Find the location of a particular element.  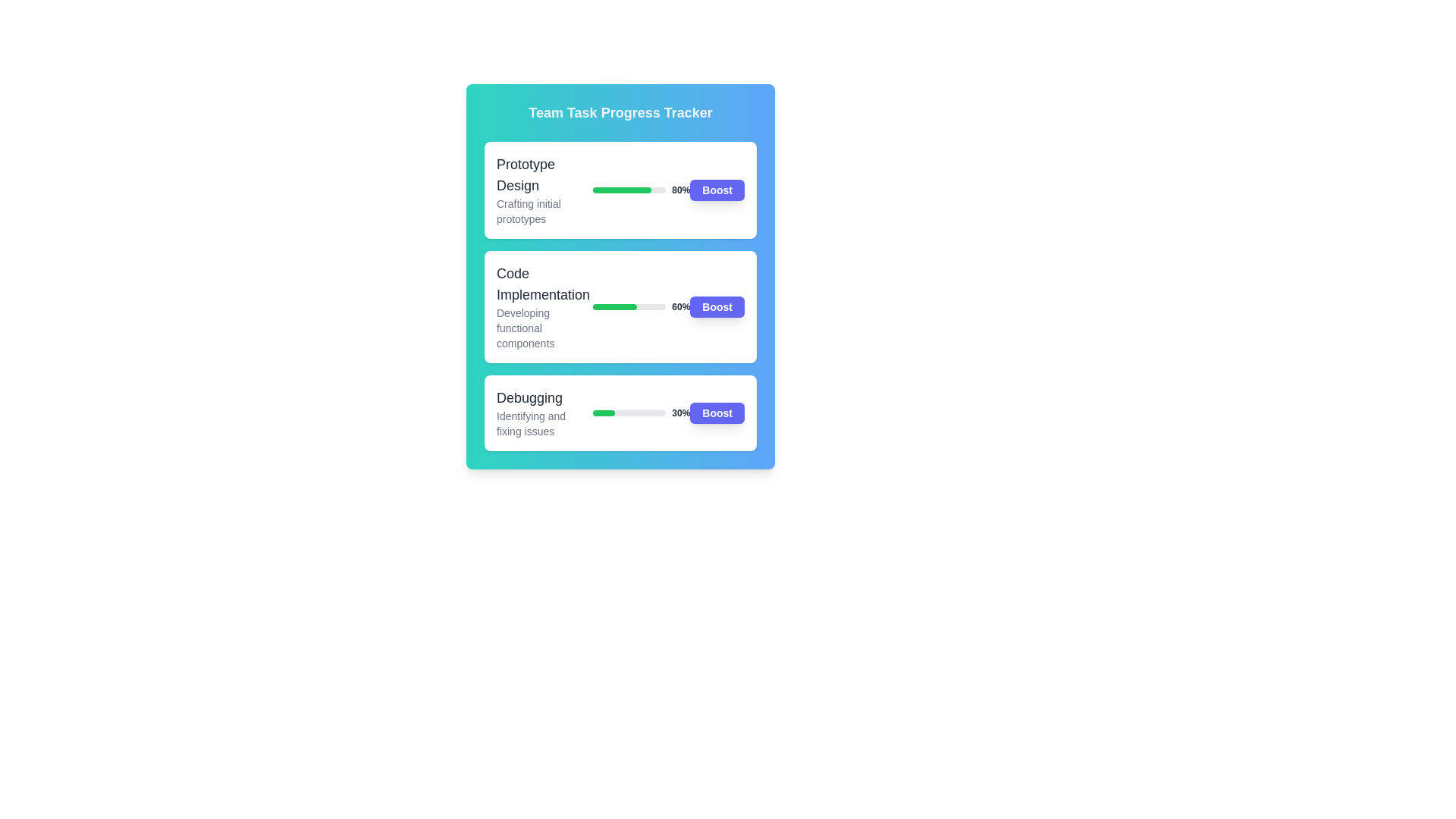

the Progress Indicator with Text Label located in the second card labeled 'Code Implementation', positioned under 'Developing functional components' is located at coordinates (642, 307).